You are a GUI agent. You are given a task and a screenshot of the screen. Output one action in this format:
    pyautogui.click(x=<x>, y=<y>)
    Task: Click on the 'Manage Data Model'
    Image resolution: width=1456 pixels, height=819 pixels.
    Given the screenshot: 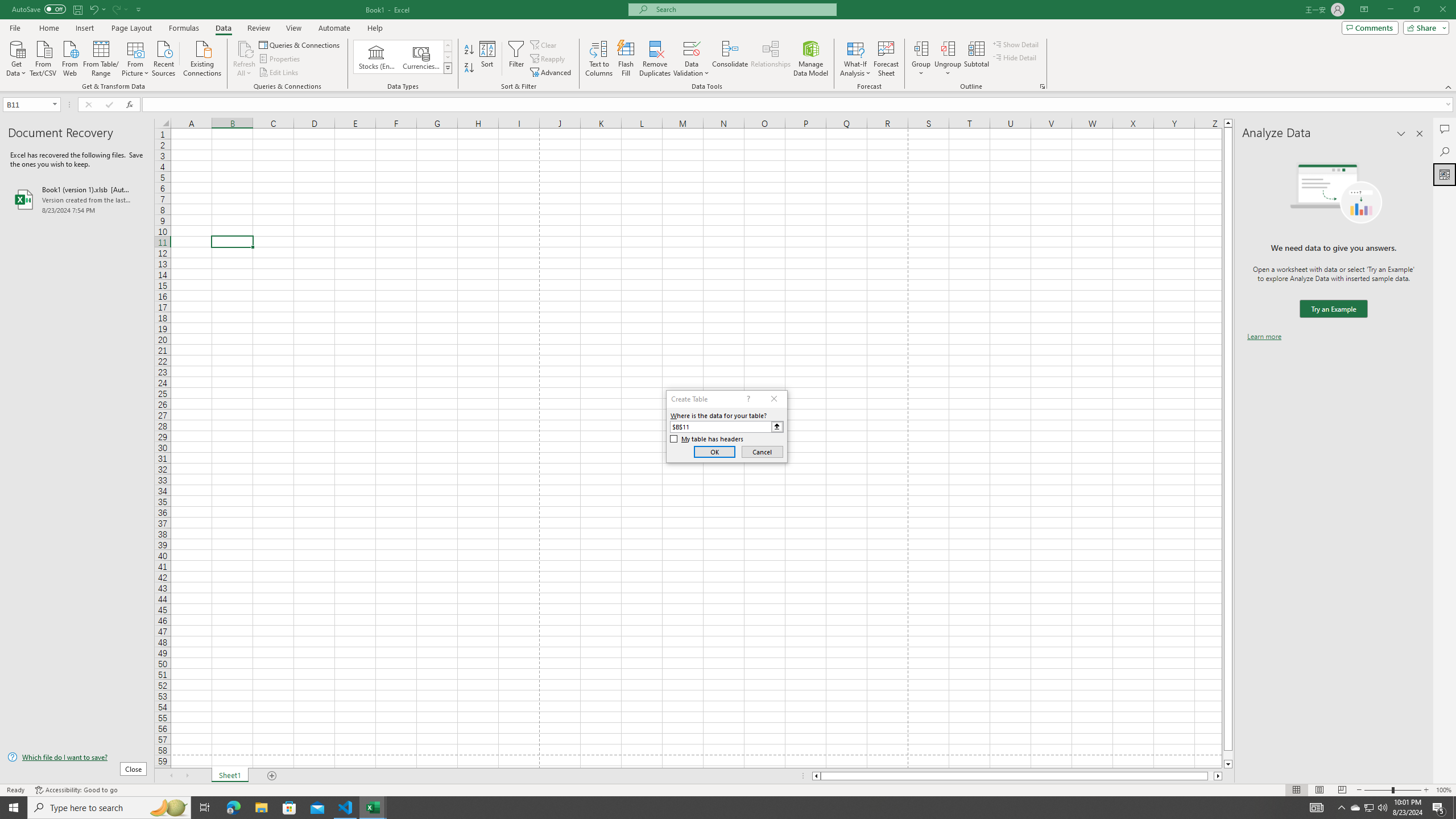 What is the action you would take?
    pyautogui.click(x=810, y=59)
    